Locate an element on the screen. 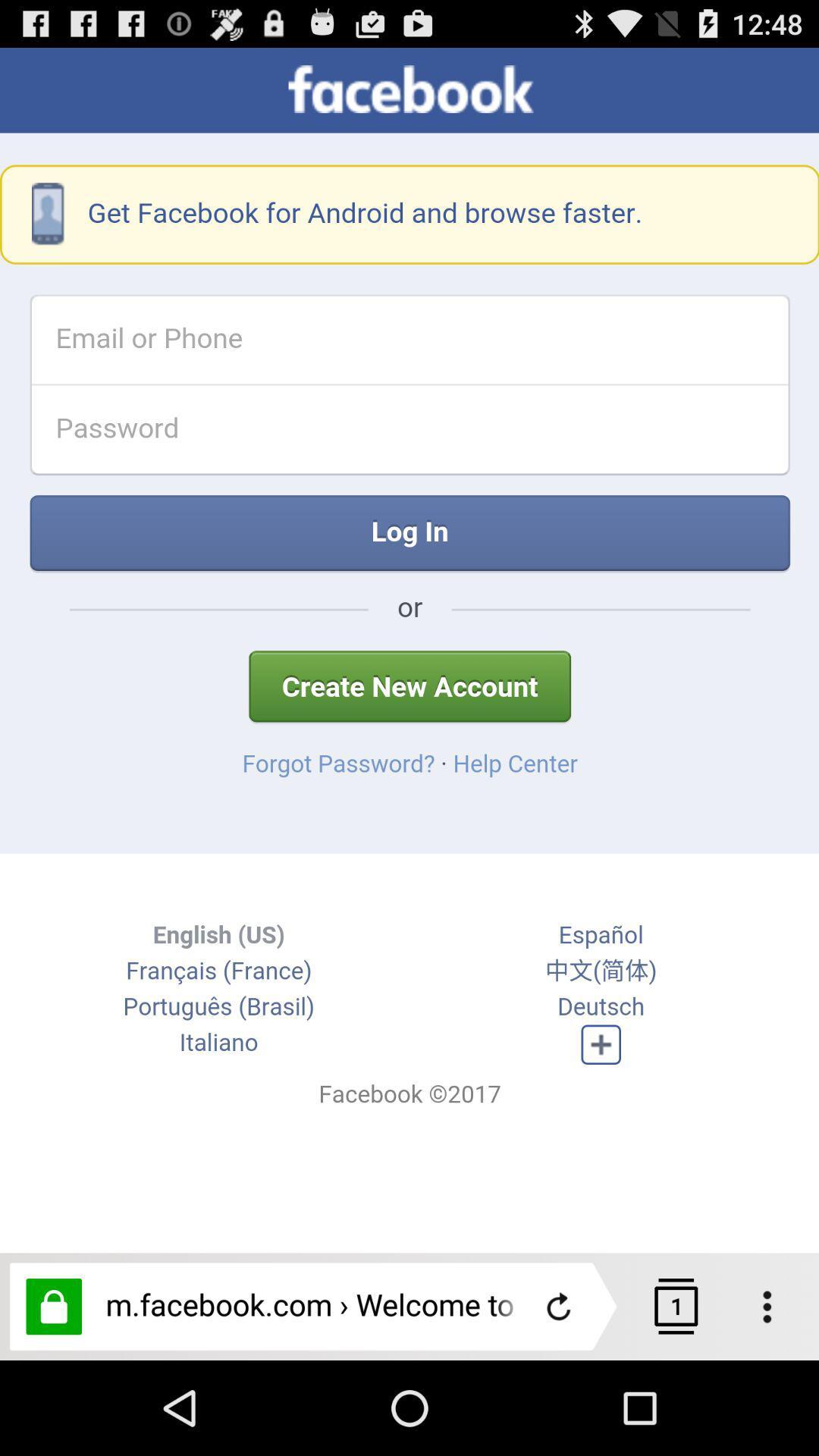 The width and height of the screenshot is (819, 1456). the lock icon is located at coordinates (53, 1398).